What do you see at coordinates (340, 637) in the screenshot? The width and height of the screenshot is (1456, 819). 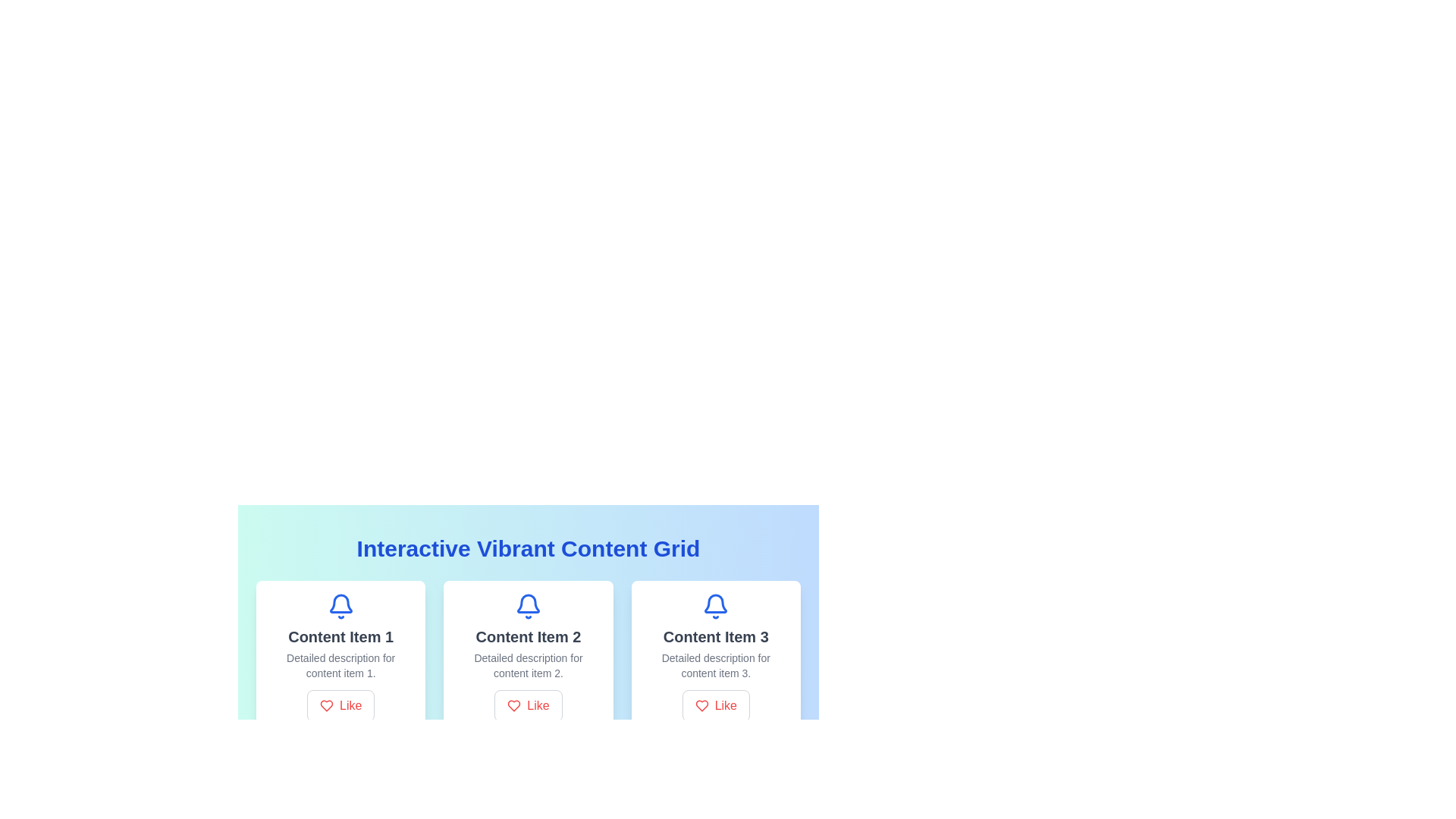 I see `text element displaying the title 'Content Item 1', which is styled in bold and larger font, located in the first card of a three-card grid layout` at bounding box center [340, 637].